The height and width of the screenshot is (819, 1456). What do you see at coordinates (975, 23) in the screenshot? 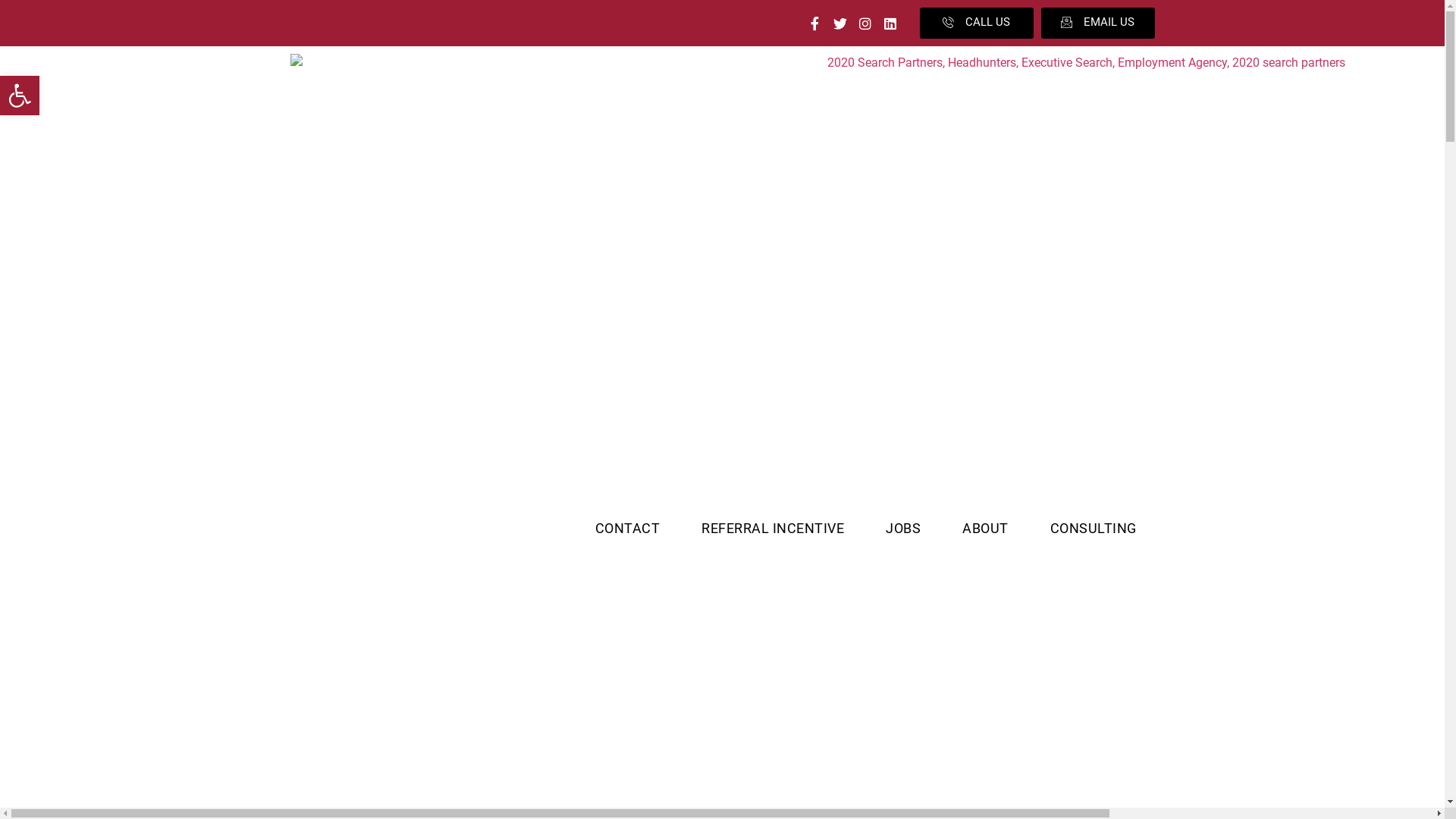
I see `'CALL US'` at bounding box center [975, 23].